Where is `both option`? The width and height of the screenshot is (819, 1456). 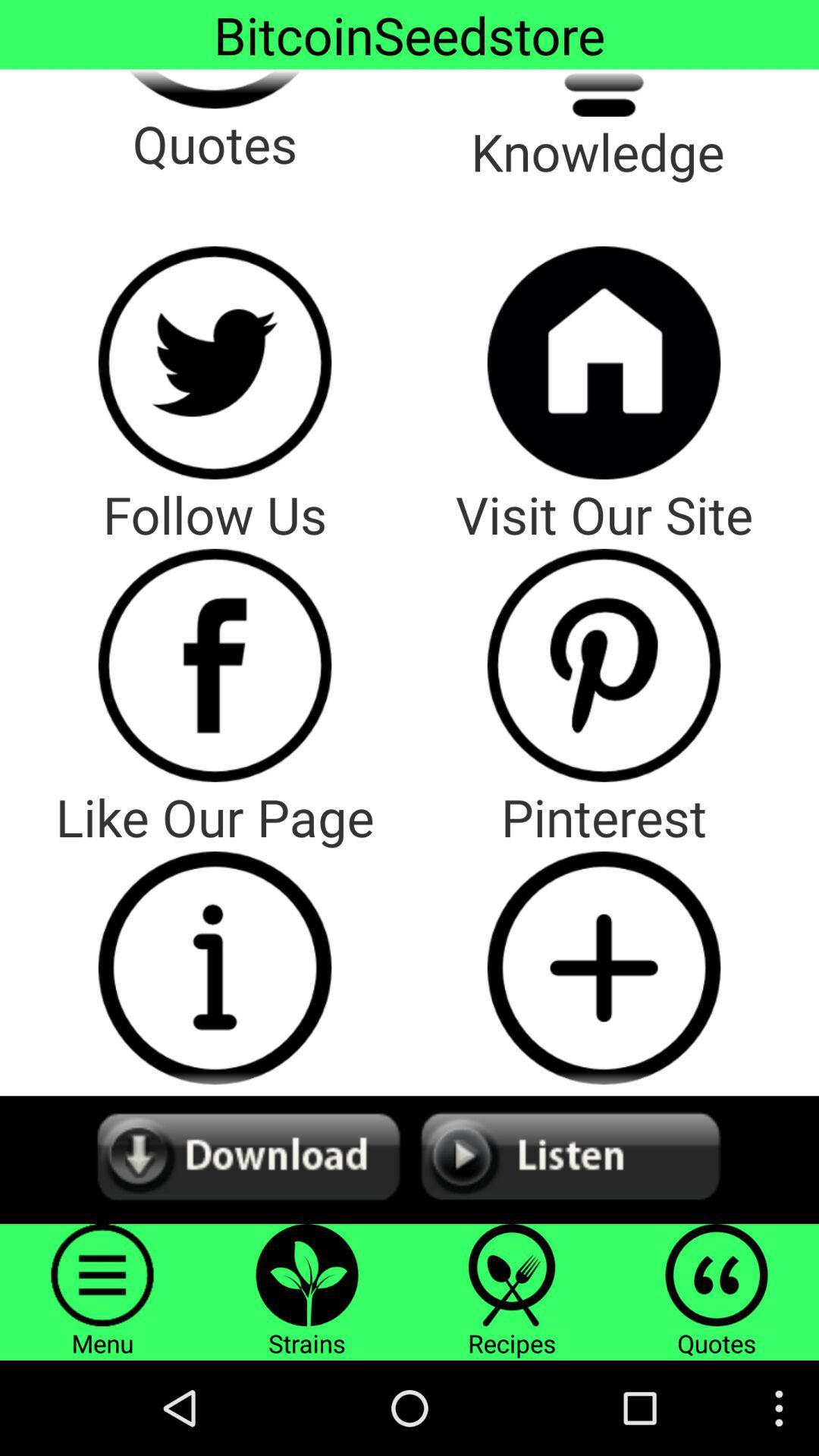
both option is located at coordinates (409, 1159).